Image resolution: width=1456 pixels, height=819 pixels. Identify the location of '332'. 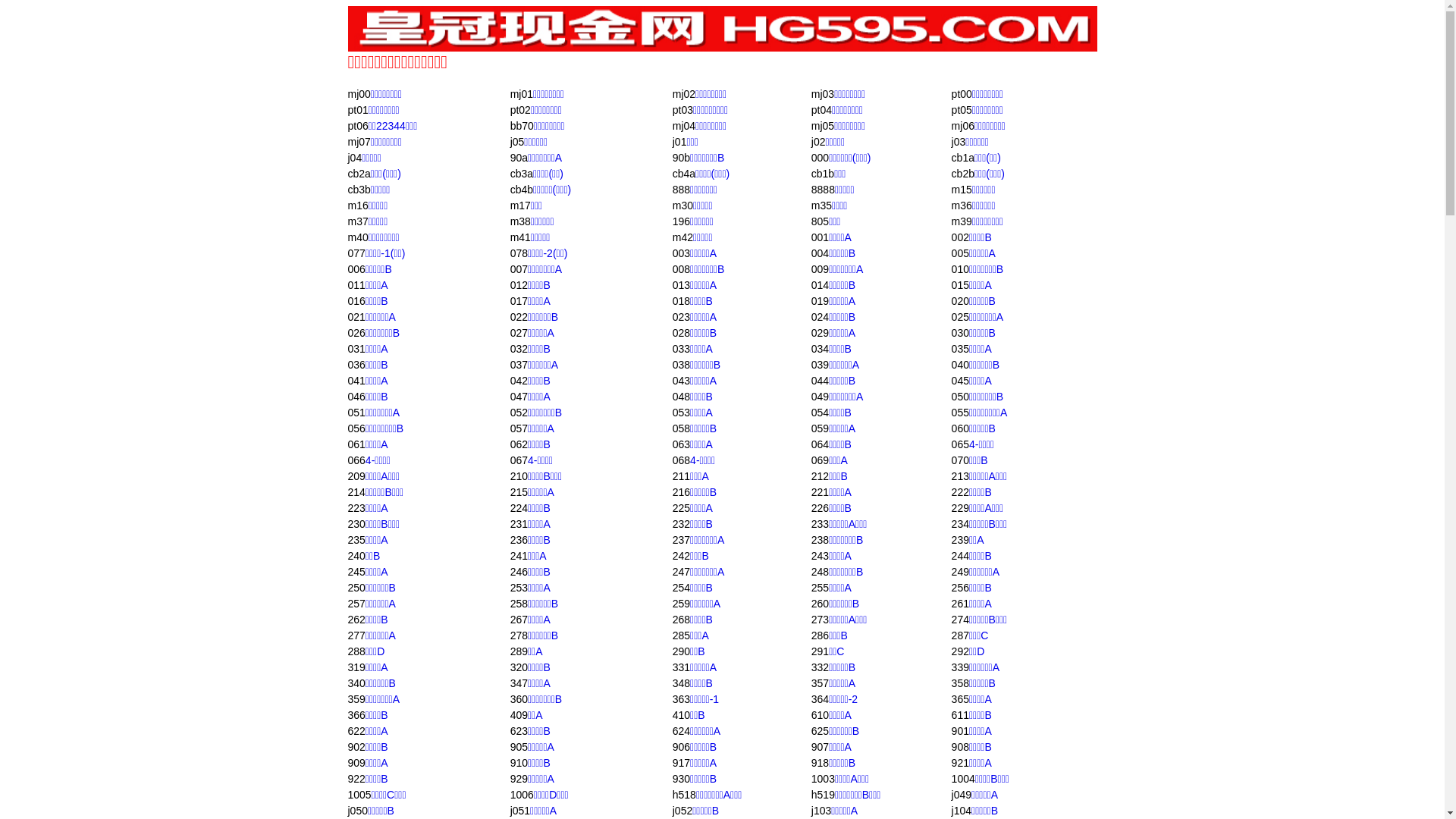
(819, 666).